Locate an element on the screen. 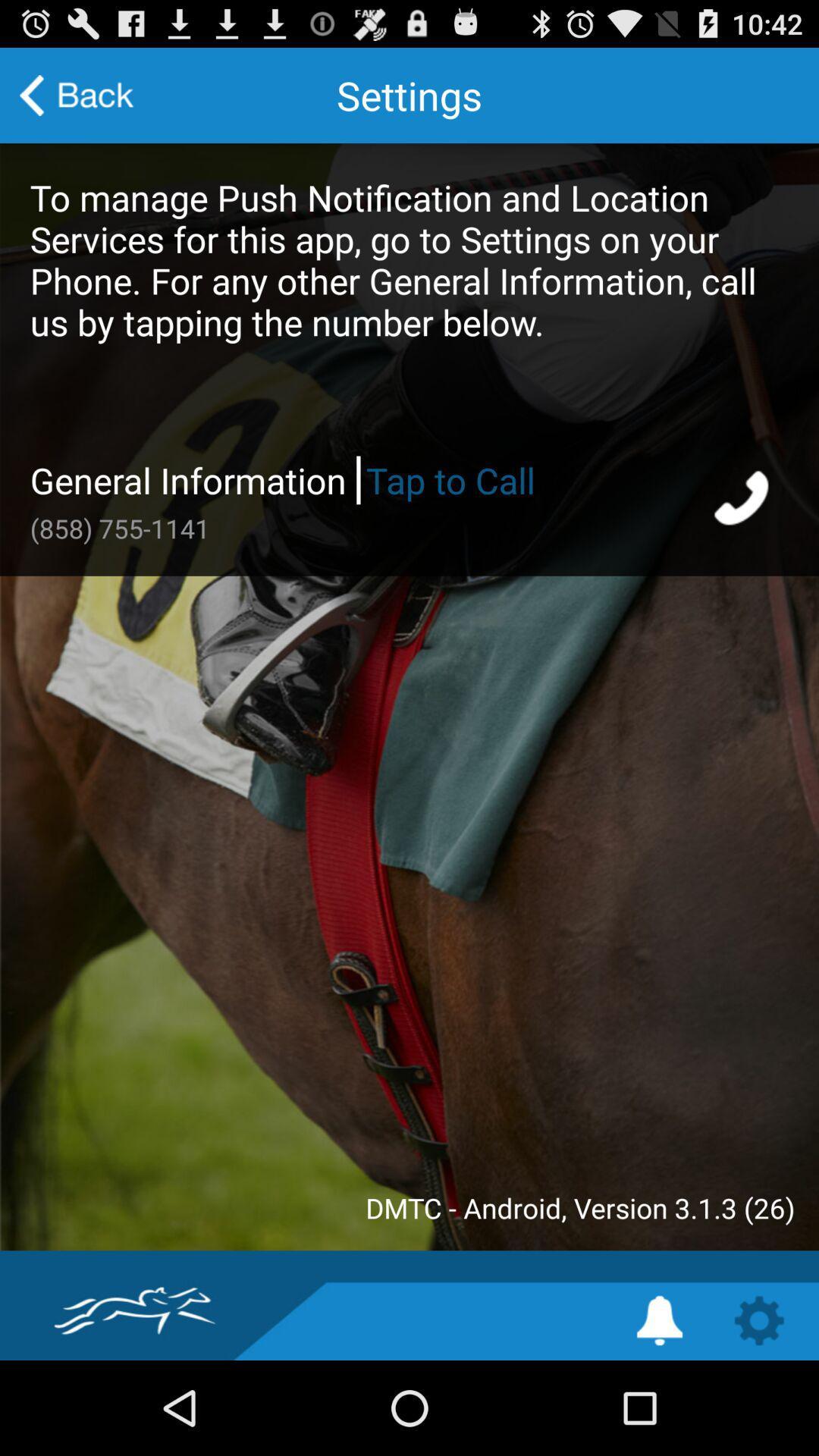  the call icon is located at coordinates (742, 536).